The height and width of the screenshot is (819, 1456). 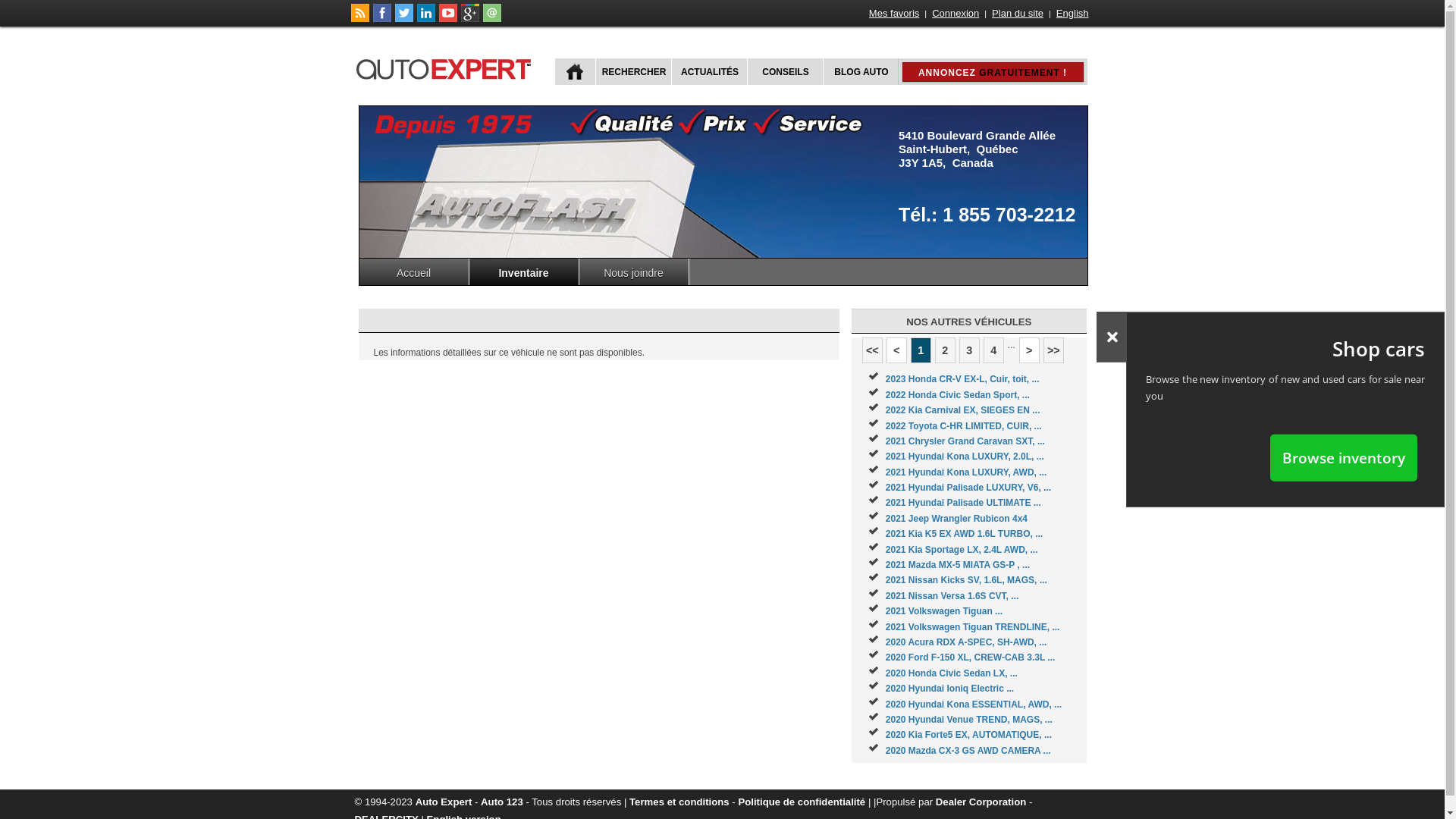 What do you see at coordinates (872, 350) in the screenshot?
I see `'<<'` at bounding box center [872, 350].